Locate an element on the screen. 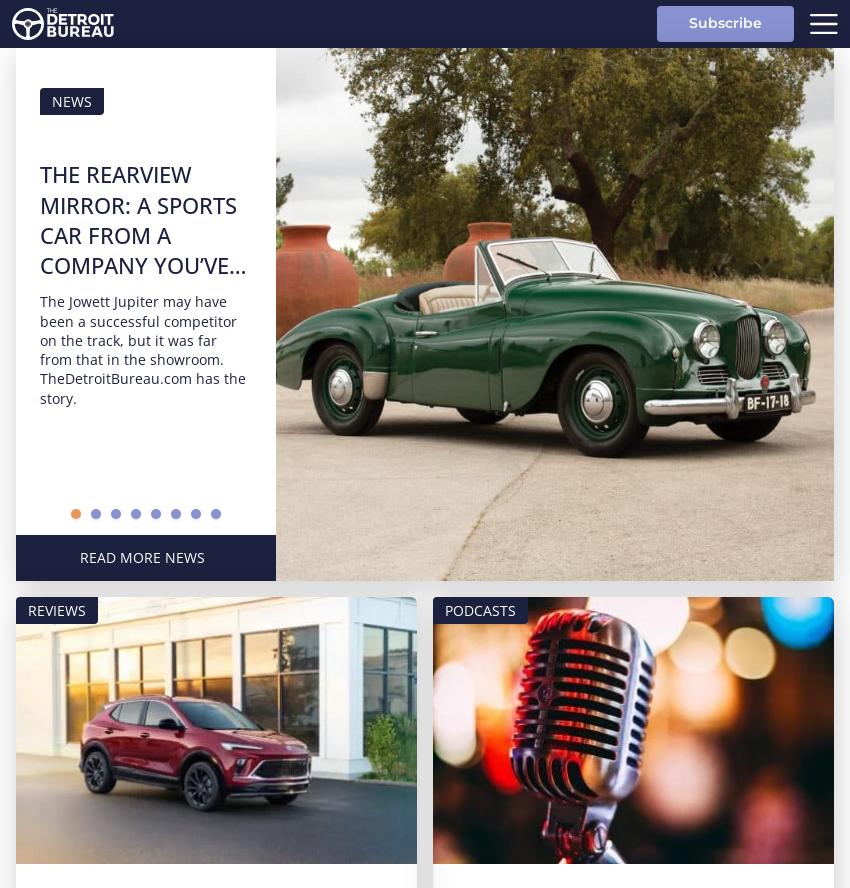 The width and height of the screenshot is (850, 888). 'Subscribe' is located at coordinates (725, 22).